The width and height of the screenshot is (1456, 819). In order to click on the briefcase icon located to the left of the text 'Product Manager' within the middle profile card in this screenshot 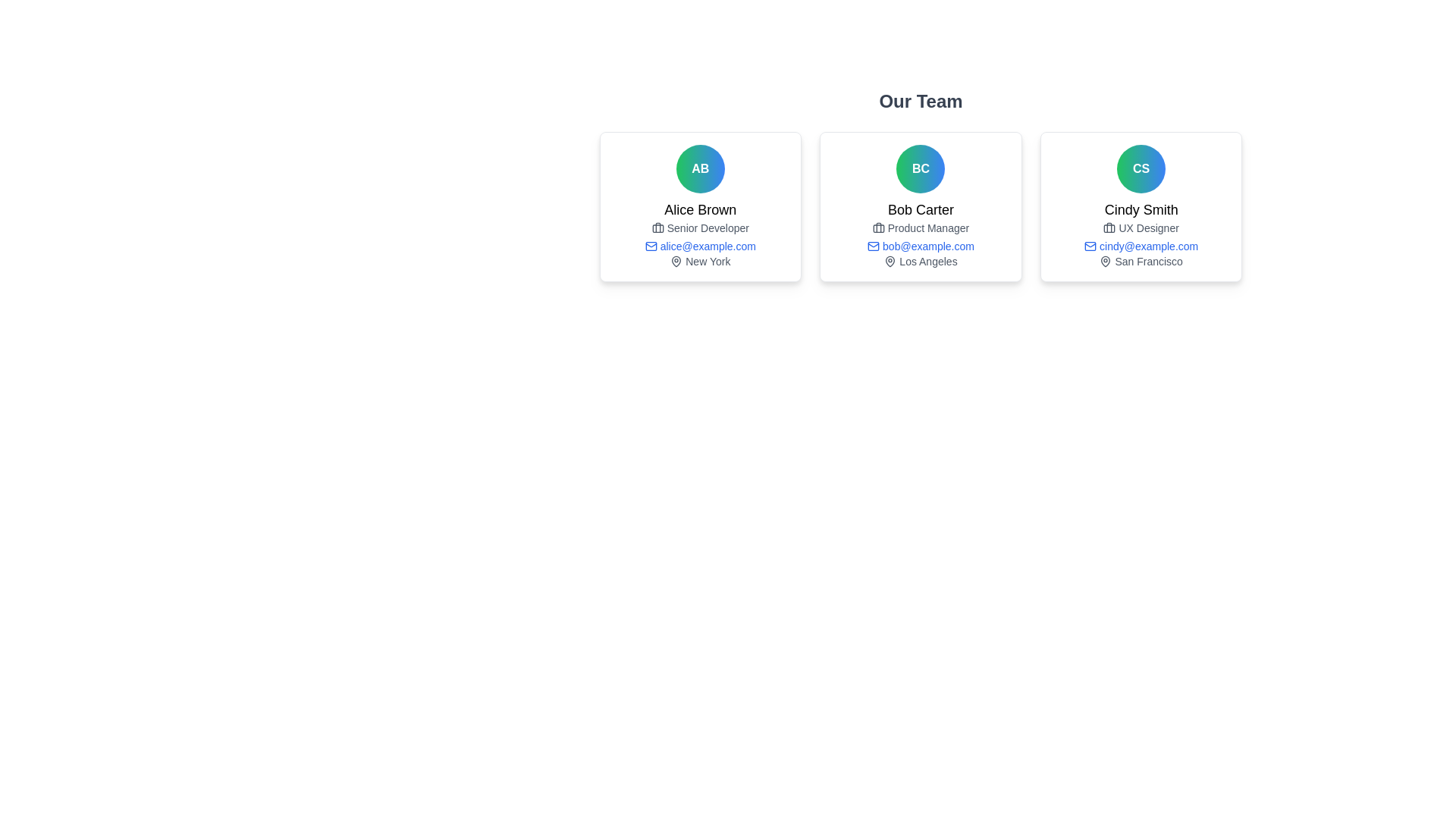, I will do `click(878, 227)`.